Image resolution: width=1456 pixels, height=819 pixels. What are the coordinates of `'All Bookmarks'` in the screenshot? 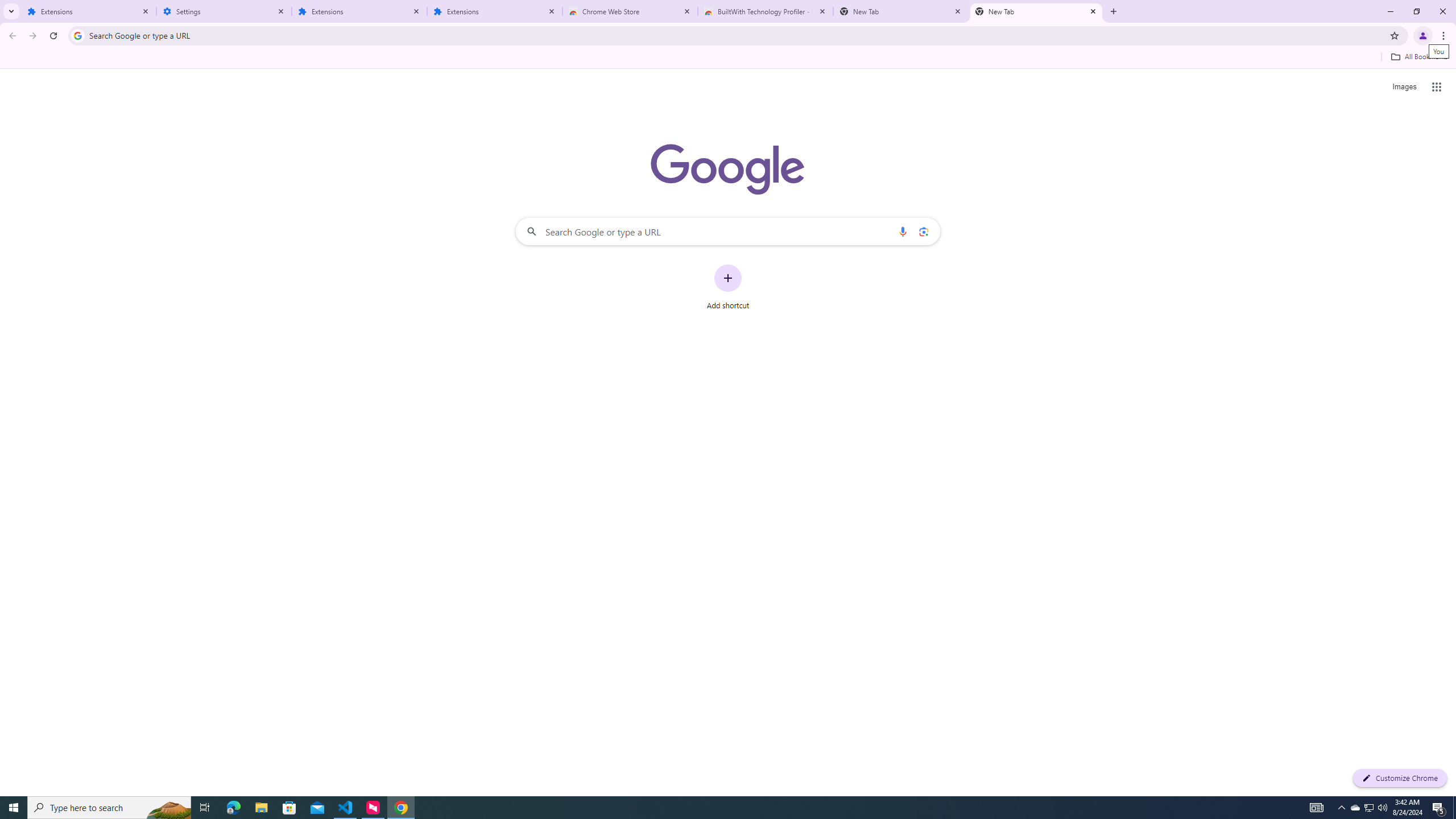 It's located at (1418, 56).